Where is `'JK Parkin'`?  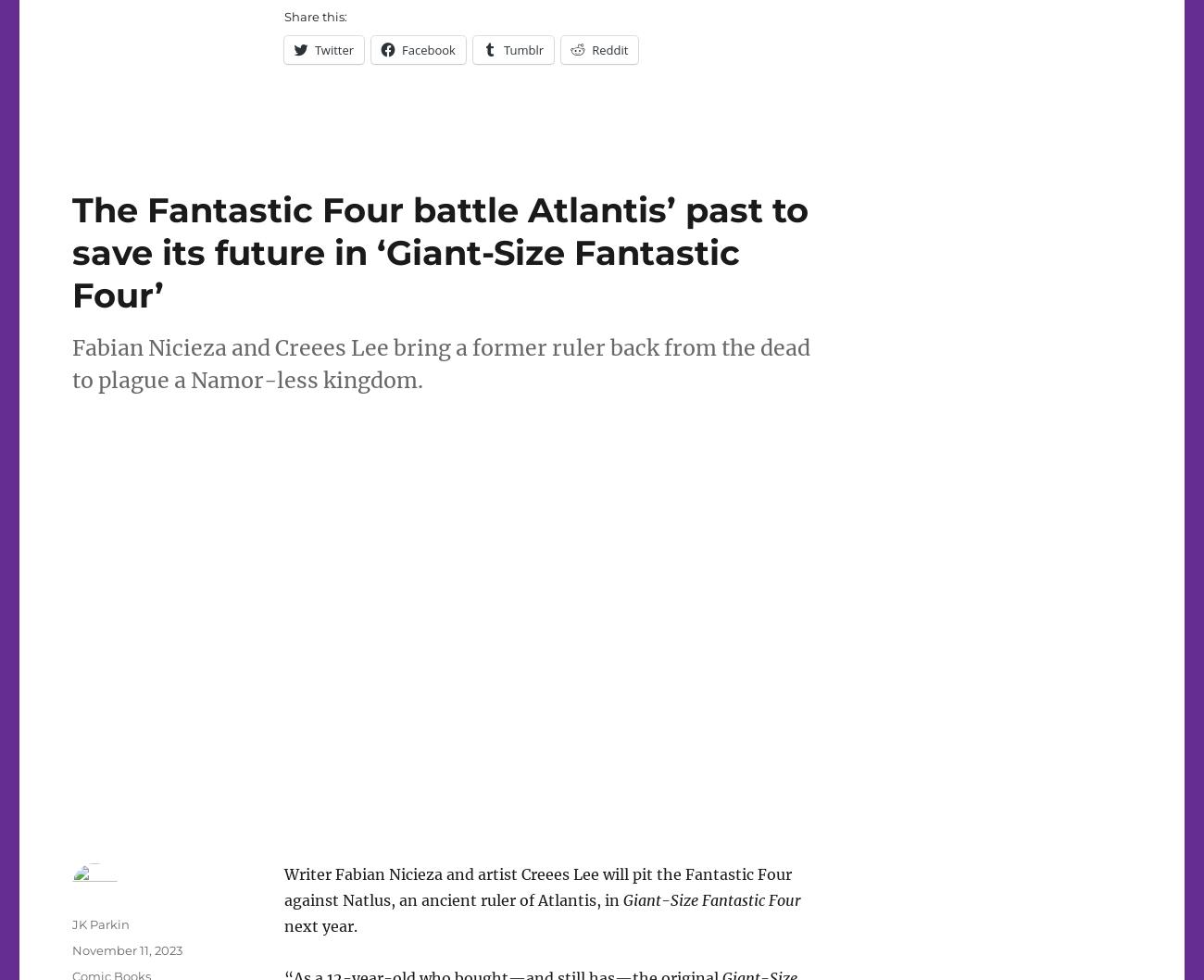 'JK Parkin' is located at coordinates (100, 922).